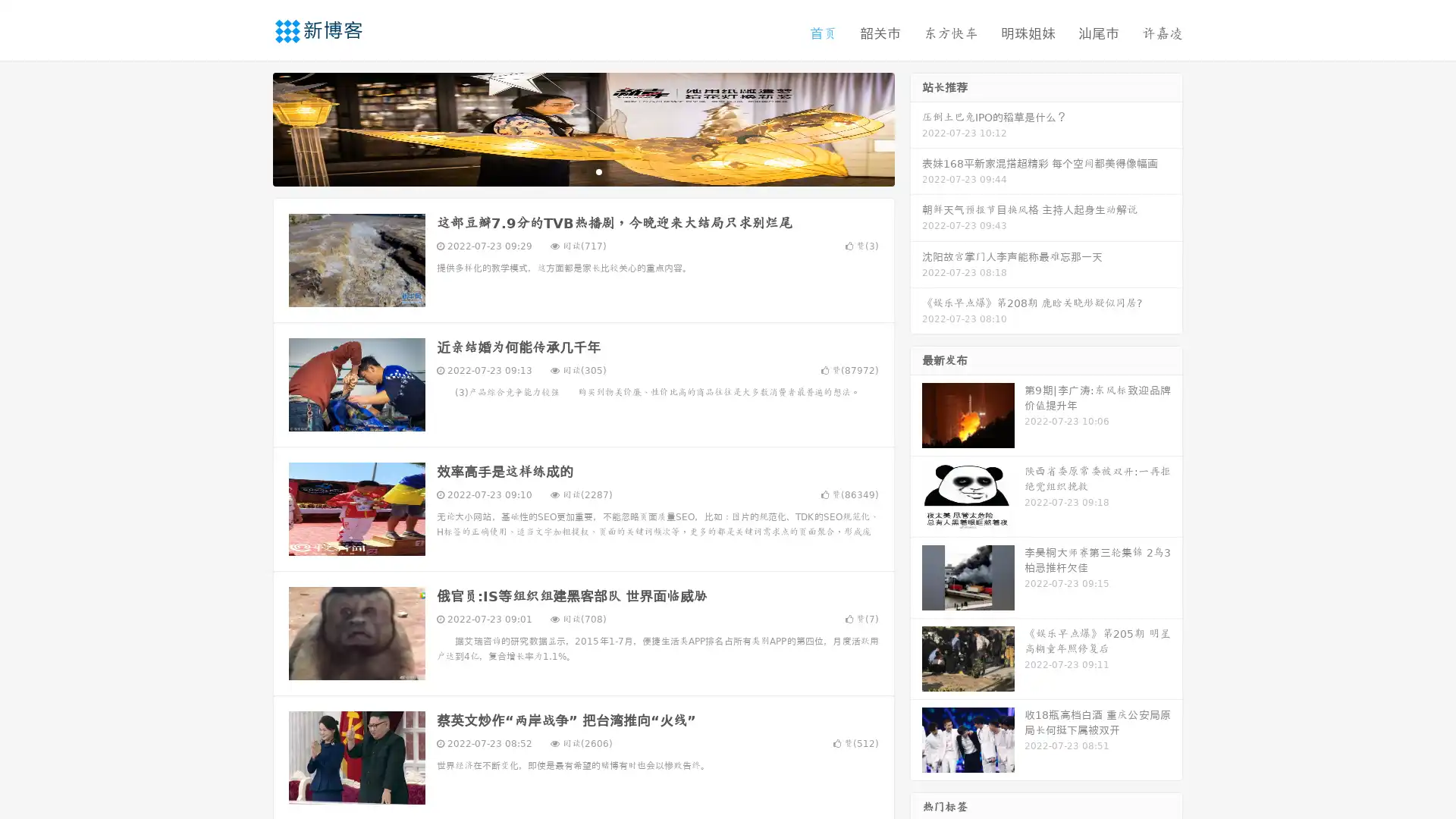 This screenshot has width=1456, height=819. I want to click on Go to slide 2, so click(582, 171).